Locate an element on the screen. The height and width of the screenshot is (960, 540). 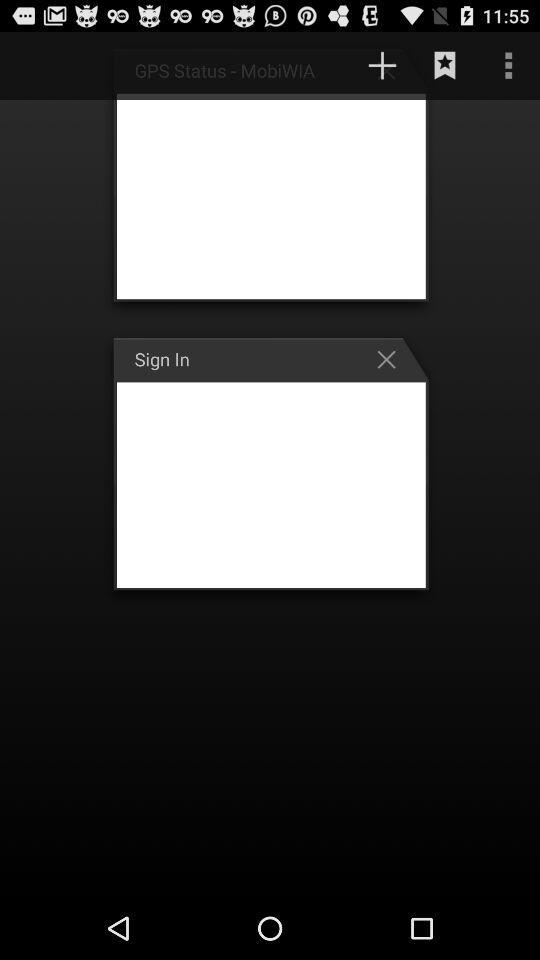
the add icon is located at coordinates (382, 70).